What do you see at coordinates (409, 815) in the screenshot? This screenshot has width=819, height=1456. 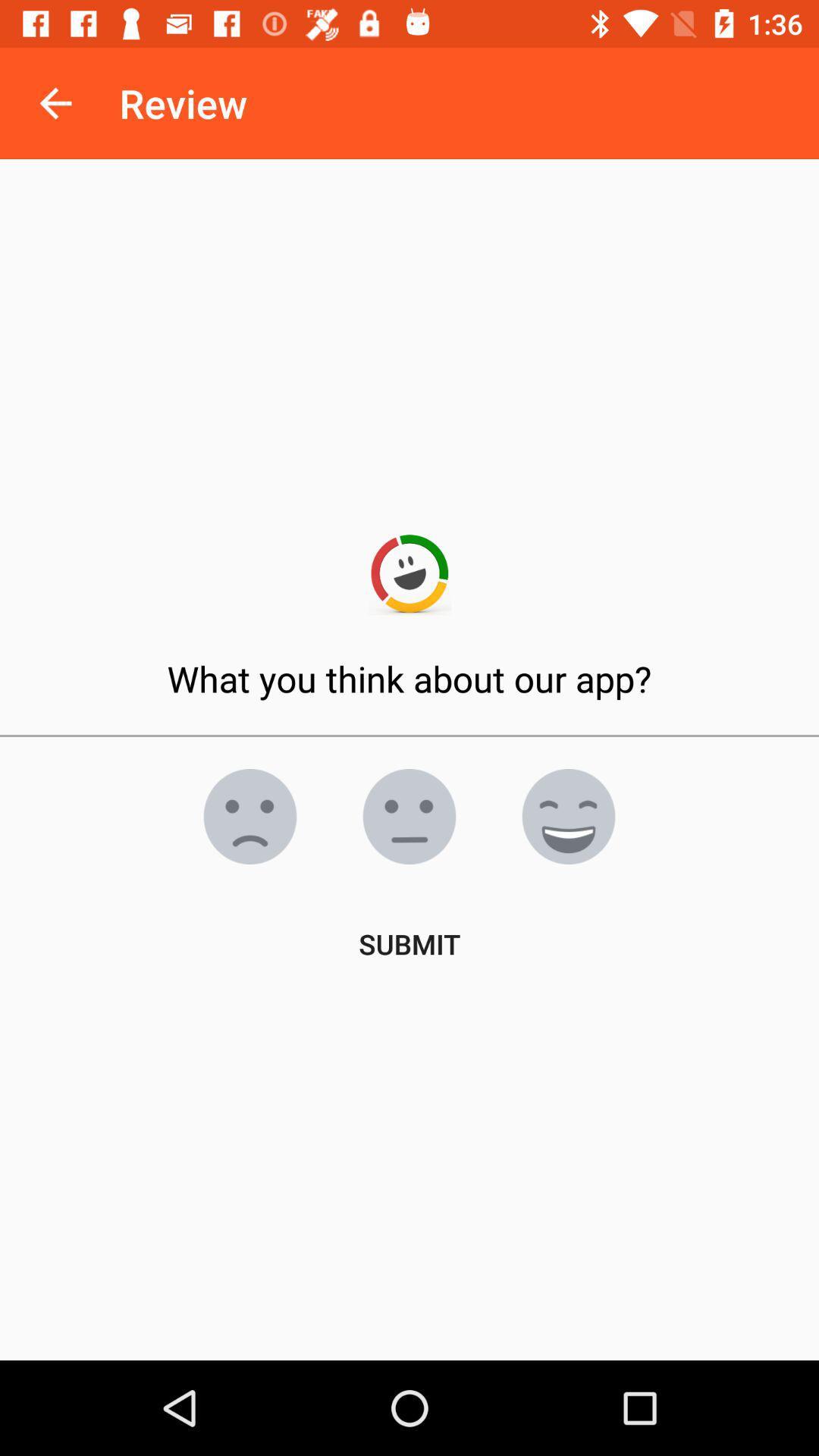 I see `the emoji icon` at bounding box center [409, 815].